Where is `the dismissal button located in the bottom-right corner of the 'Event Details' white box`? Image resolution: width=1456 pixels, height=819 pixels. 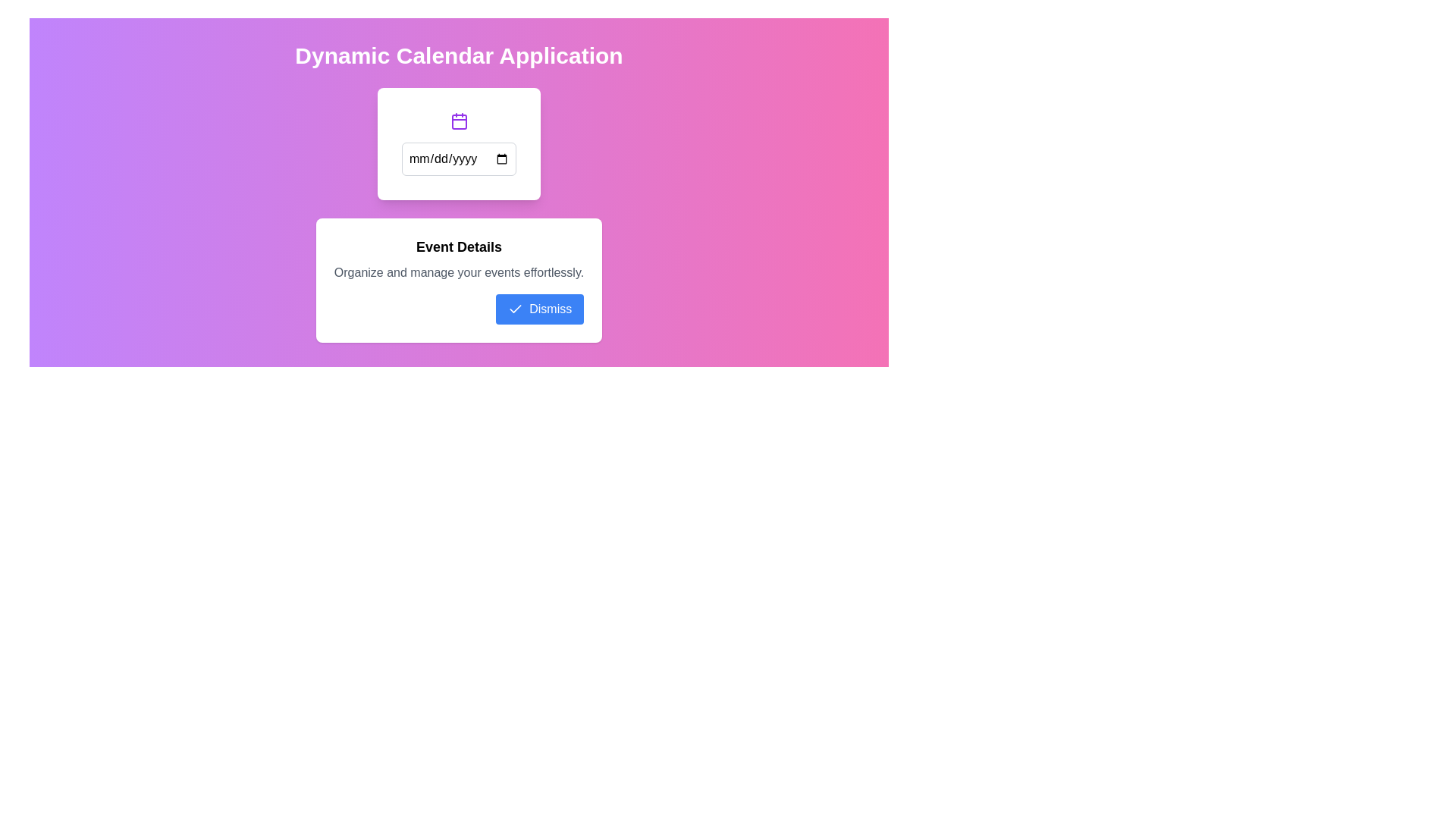 the dismissal button located in the bottom-right corner of the 'Event Details' white box is located at coordinates (540, 309).